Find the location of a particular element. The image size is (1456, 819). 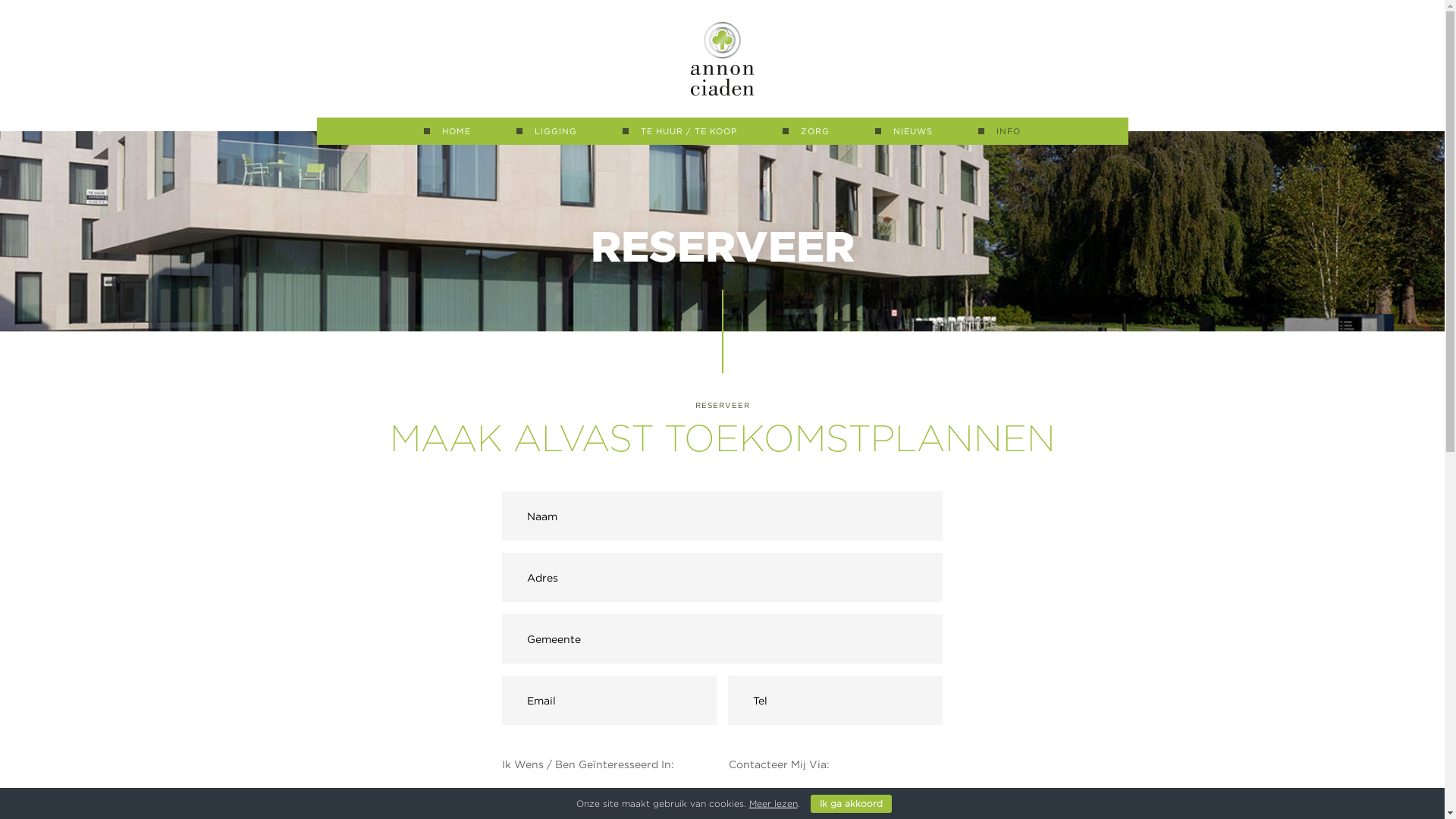

'Ik ga akkoord' is located at coordinates (809, 803).